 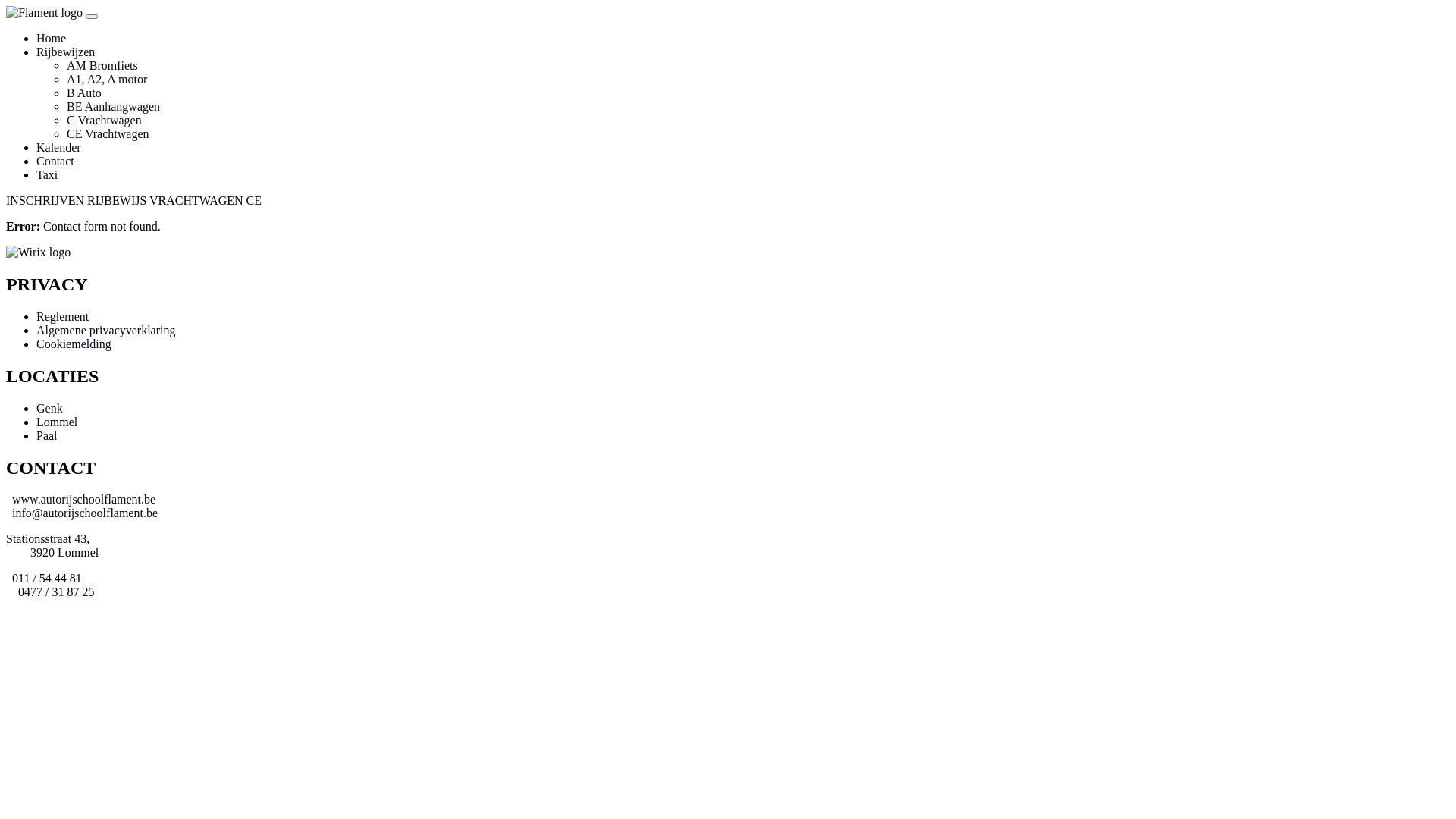 I want to click on 'Home', so click(x=51, y=37).